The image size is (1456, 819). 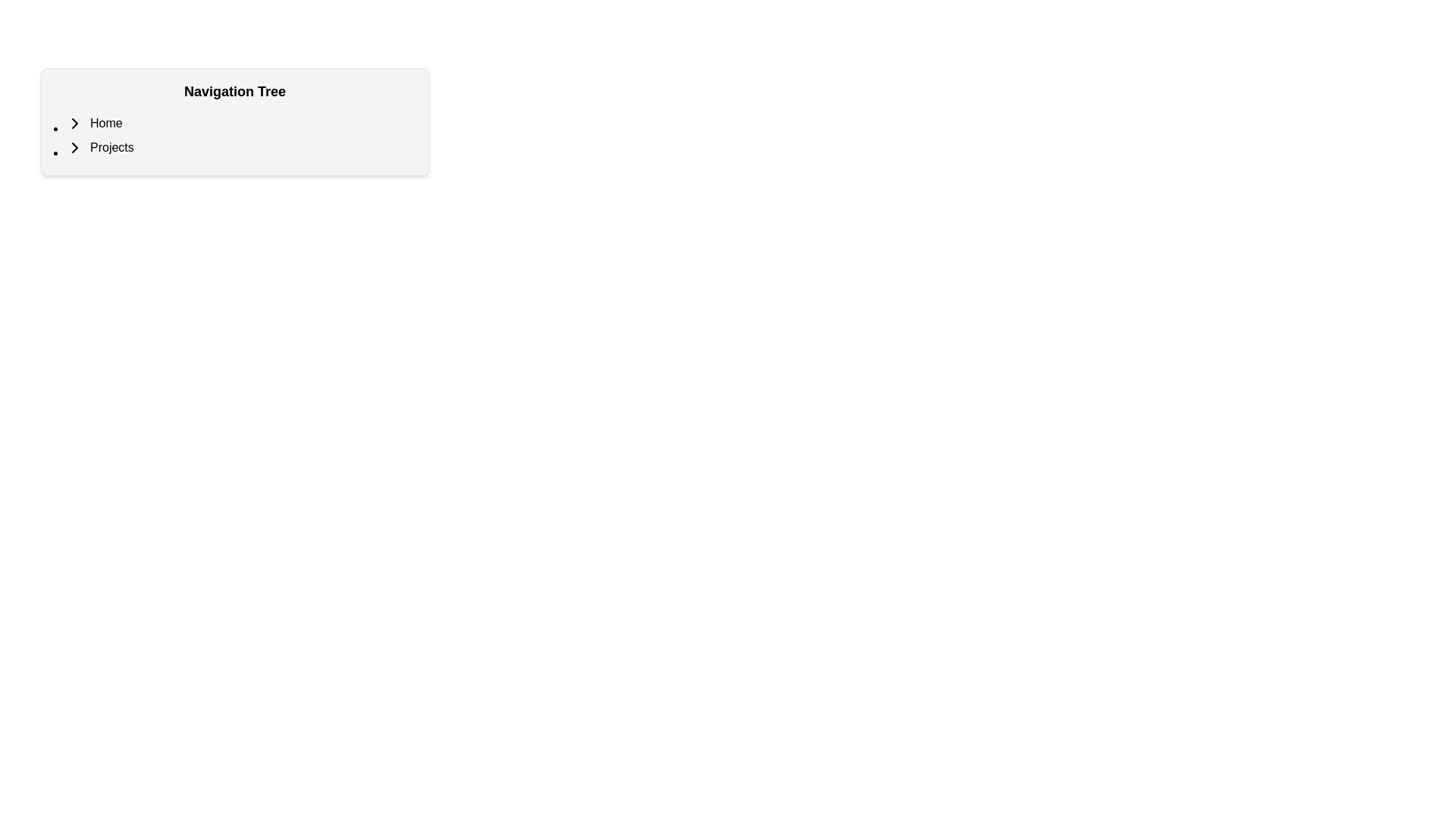 What do you see at coordinates (74, 122) in the screenshot?
I see `the expandable/collapsible button located to the immediate left of the 'Home' text in the navigation tree` at bounding box center [74, 122].